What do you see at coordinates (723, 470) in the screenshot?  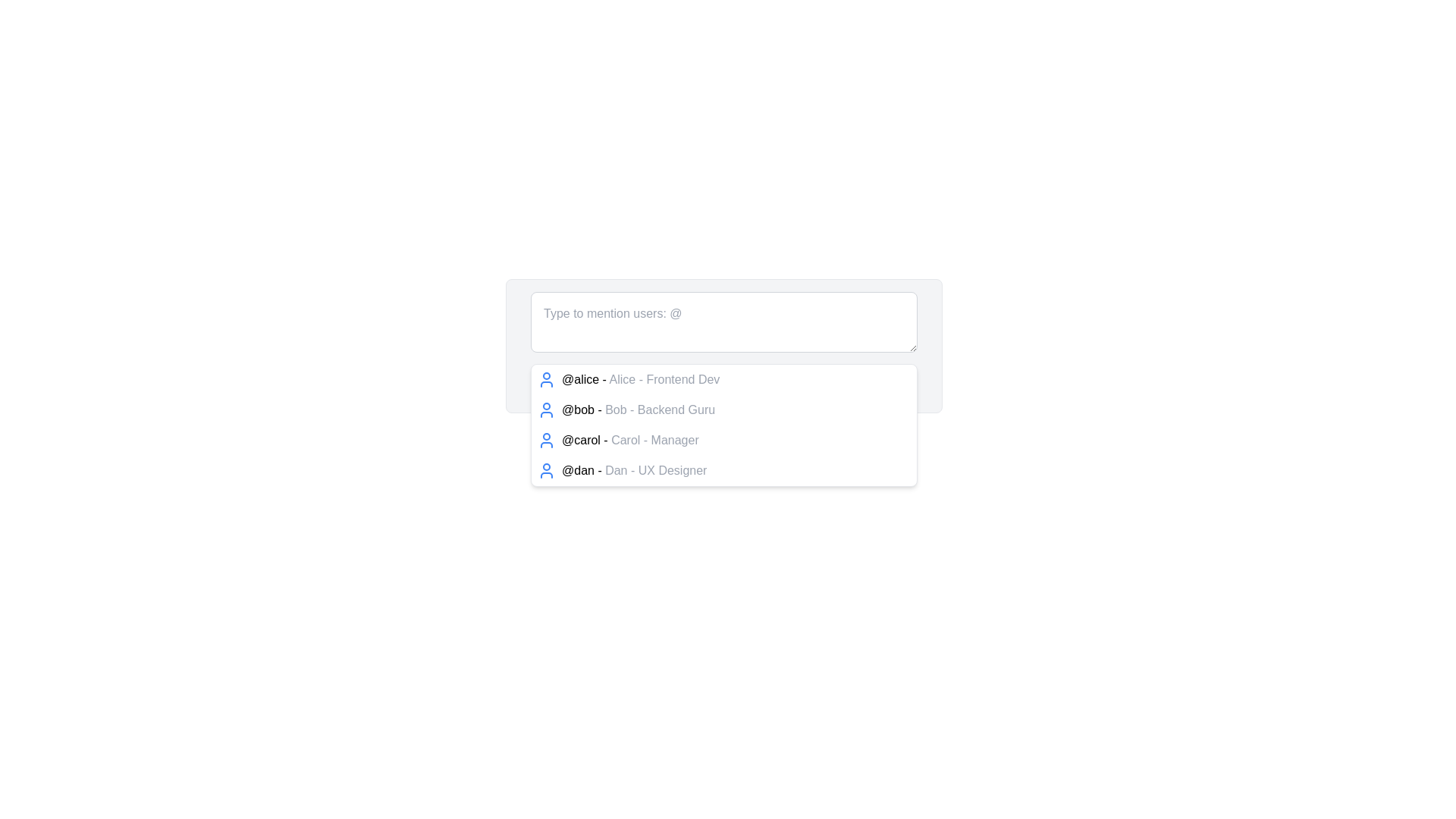 I see `the user avatar menu item featuring '@dan - Dan - UX Designer'` at bounding box center [723, 470].